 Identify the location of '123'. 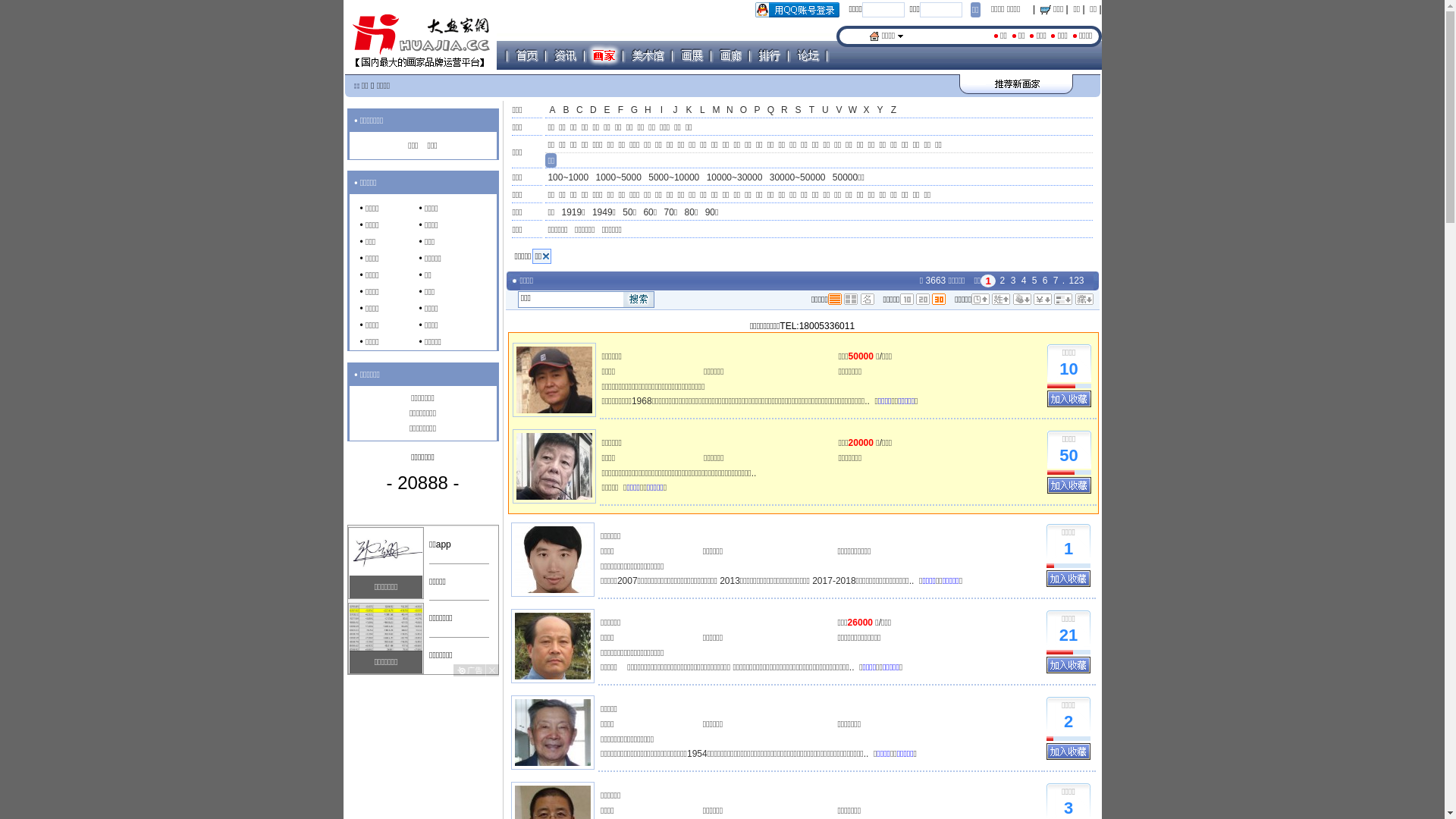
(1065, 281).